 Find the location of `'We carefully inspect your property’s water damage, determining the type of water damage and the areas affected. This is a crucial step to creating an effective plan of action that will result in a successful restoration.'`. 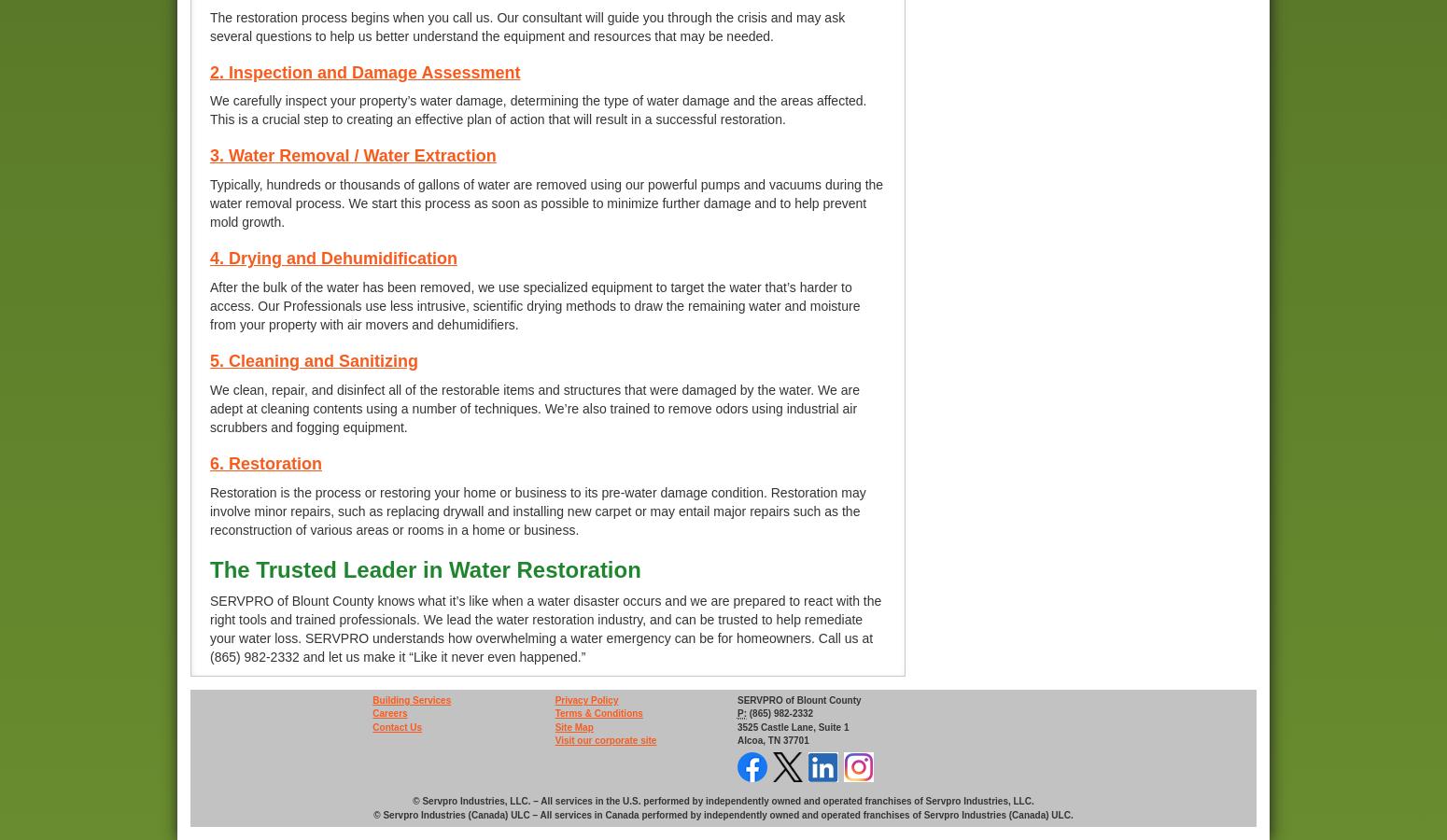

'We carefully inspect your property’s water damage, determining the type of water damage and the areas affected. This is a crucial step to creating an effective plan of action that will result in a successful restoration.' is located at coordinates (209, 109).